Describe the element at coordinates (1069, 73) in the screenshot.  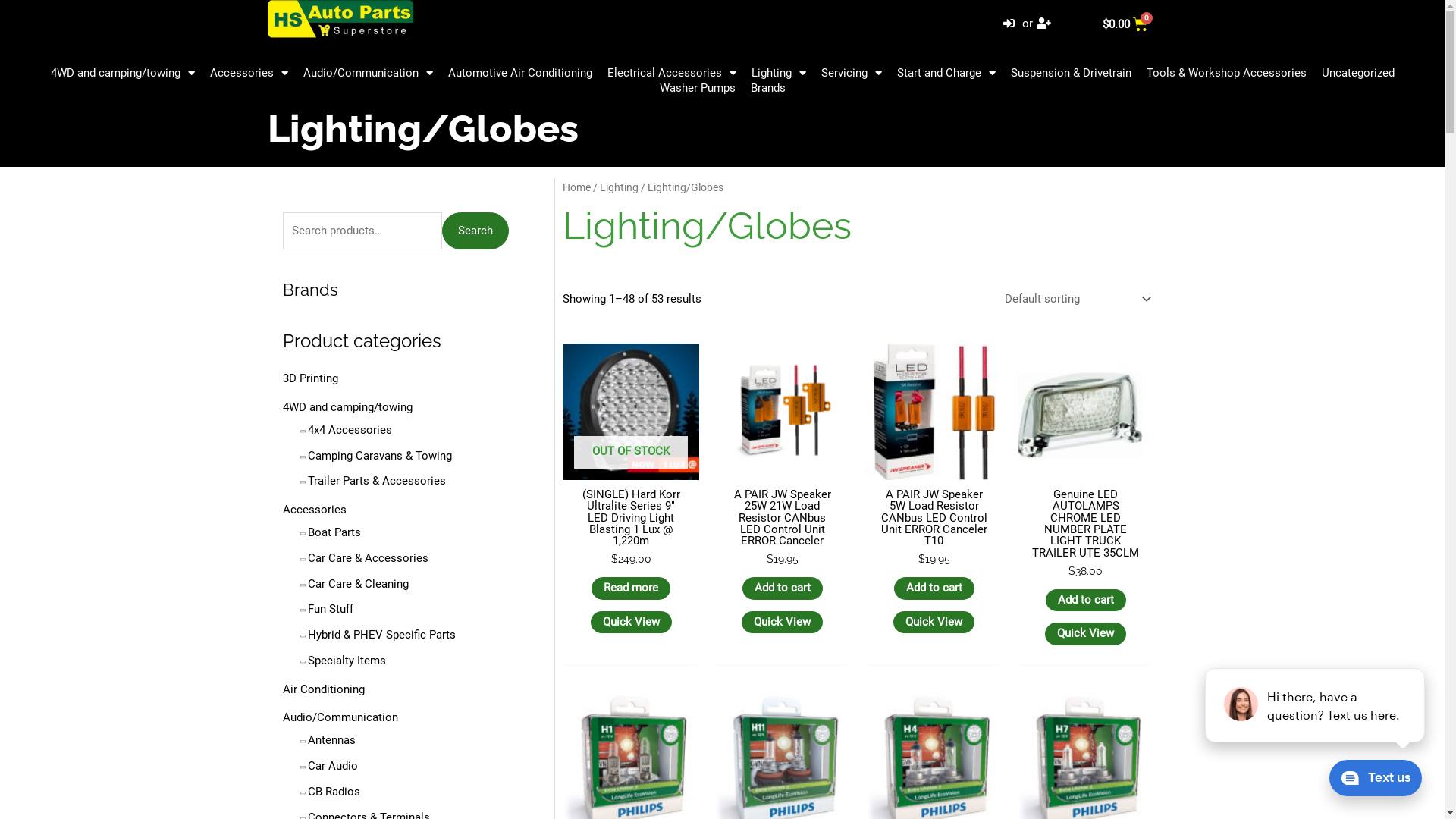
I see `'Suspension & Drivetrain'` at that location.